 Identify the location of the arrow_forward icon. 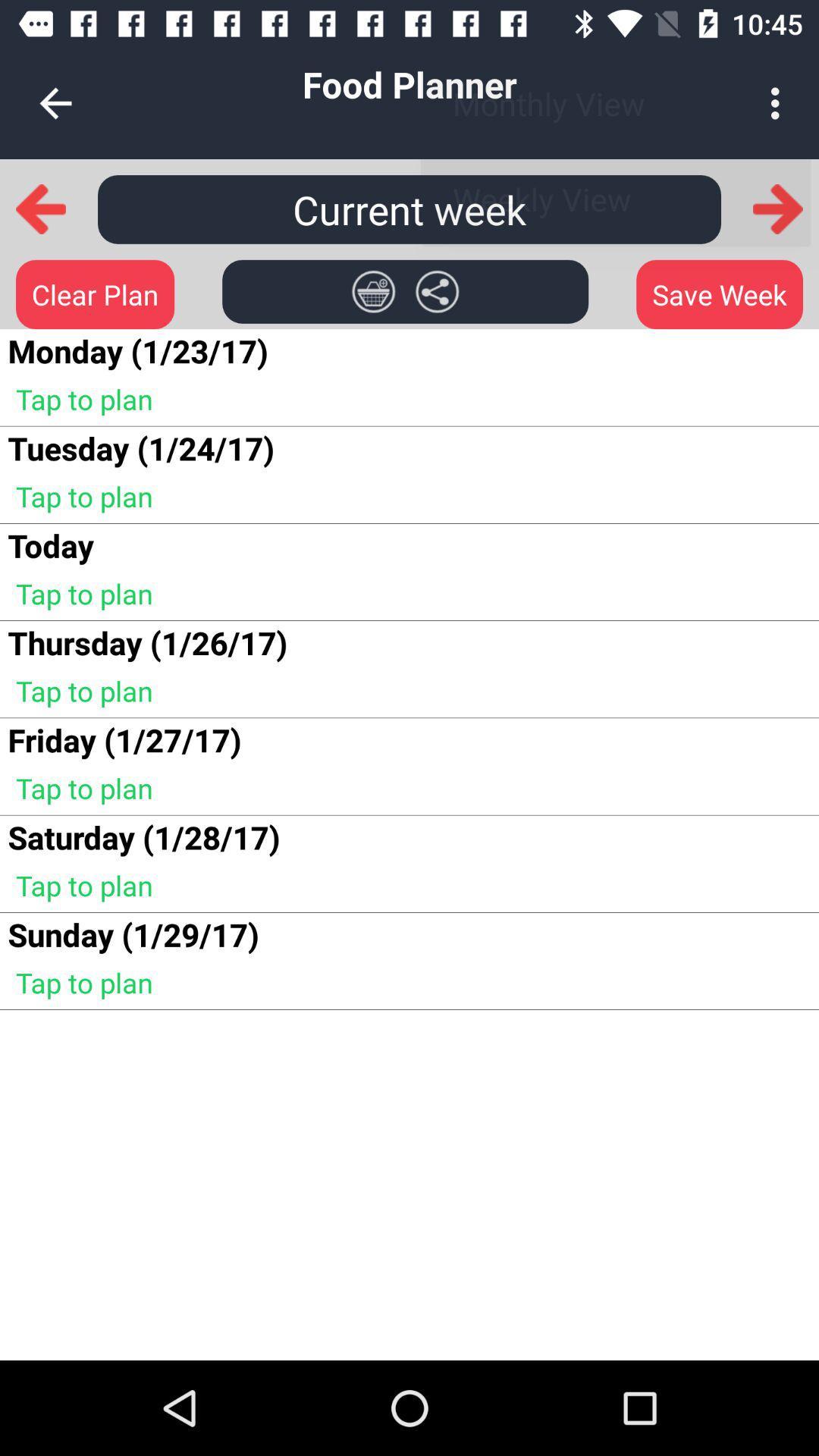
(778, 208).